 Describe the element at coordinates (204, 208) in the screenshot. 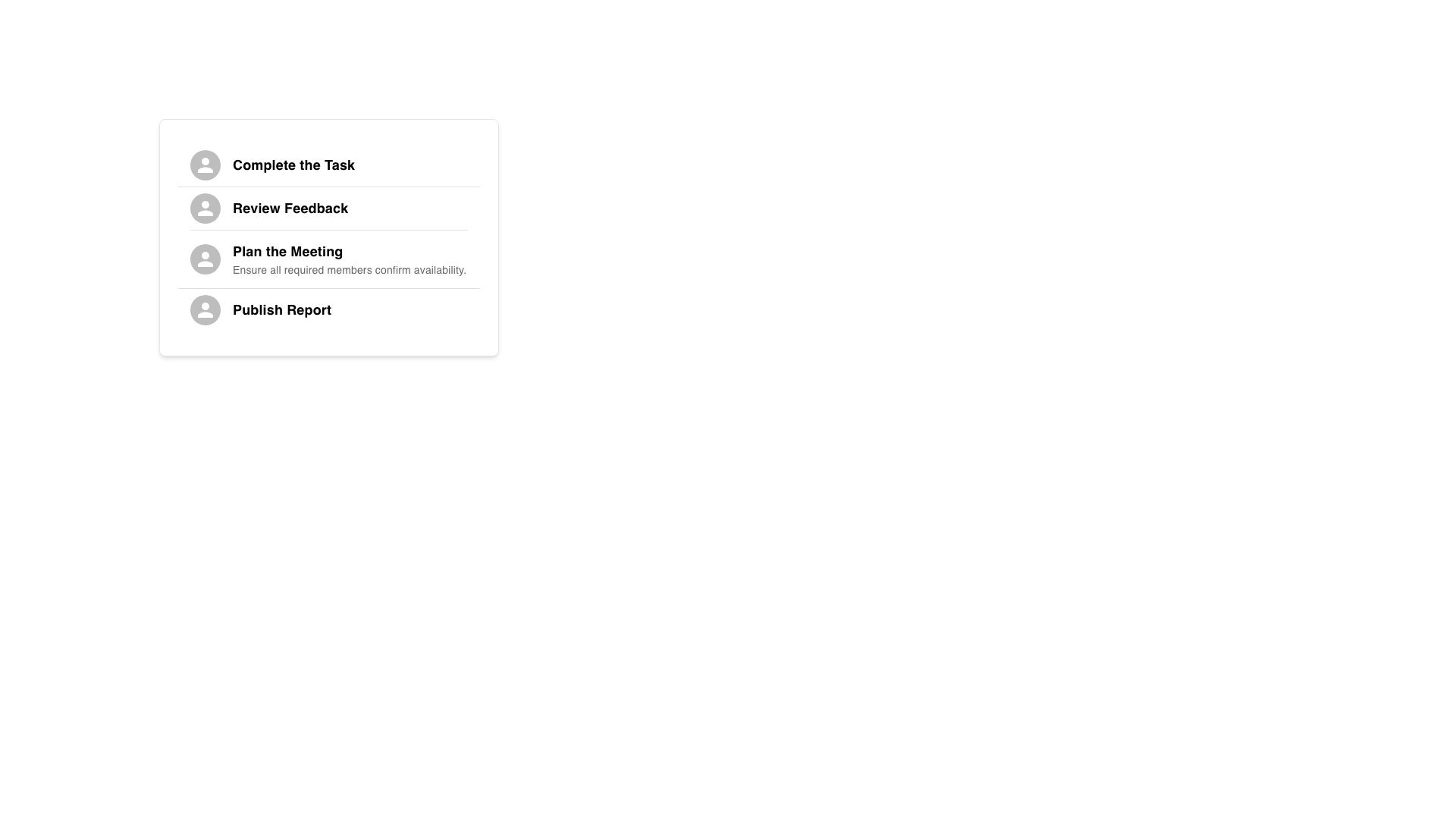

I see `the circular avatar element with a green background and a white person icon, which is located to the immediate left of the 'Review Feedback' text` at that location.